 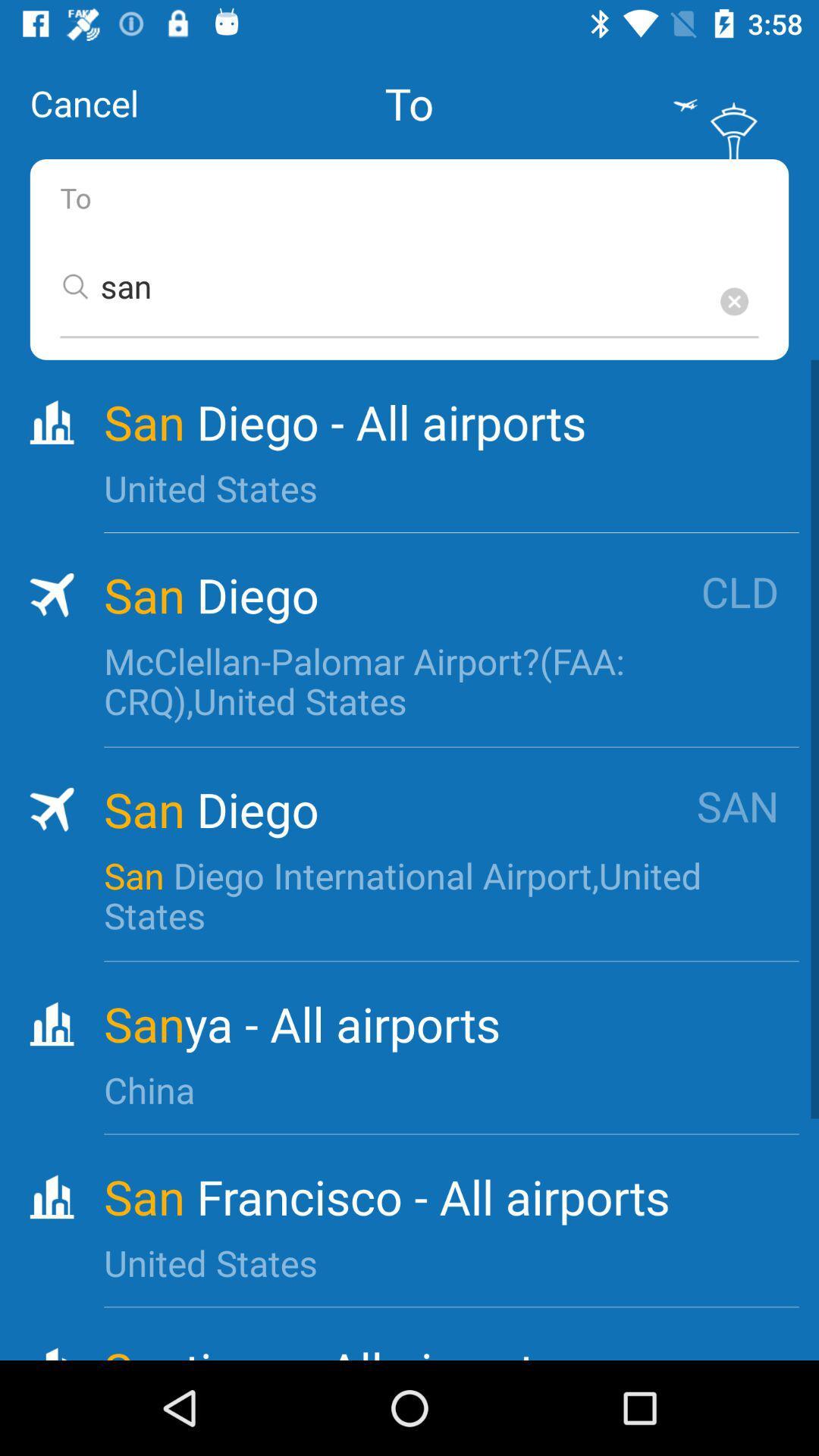 I want to click on the close icon, so click(x=733, y=301).